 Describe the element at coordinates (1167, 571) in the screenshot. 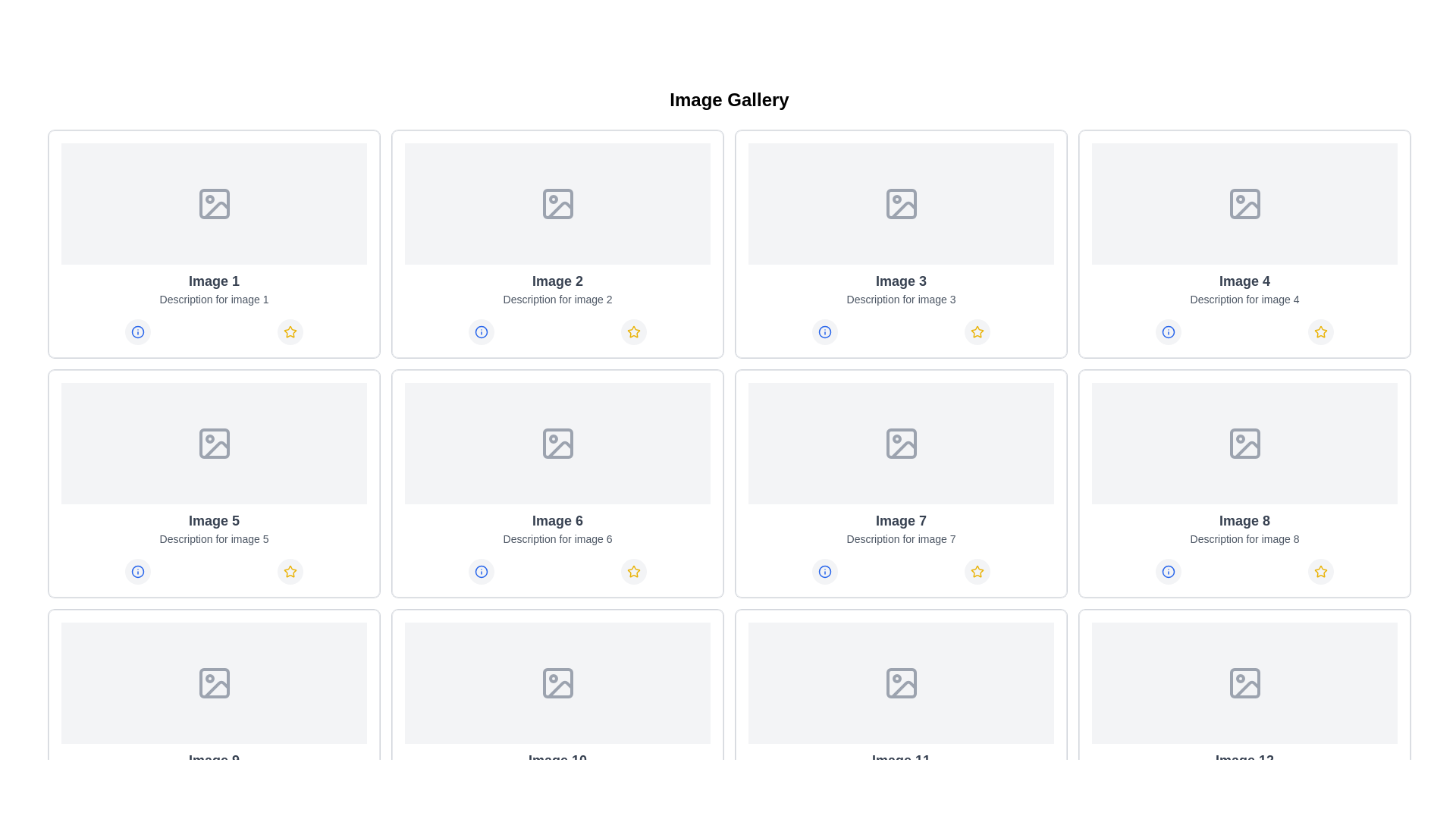

I see `the circular button with a light gray background and blue info icon located underneath the 'Image 8' title` at that location.